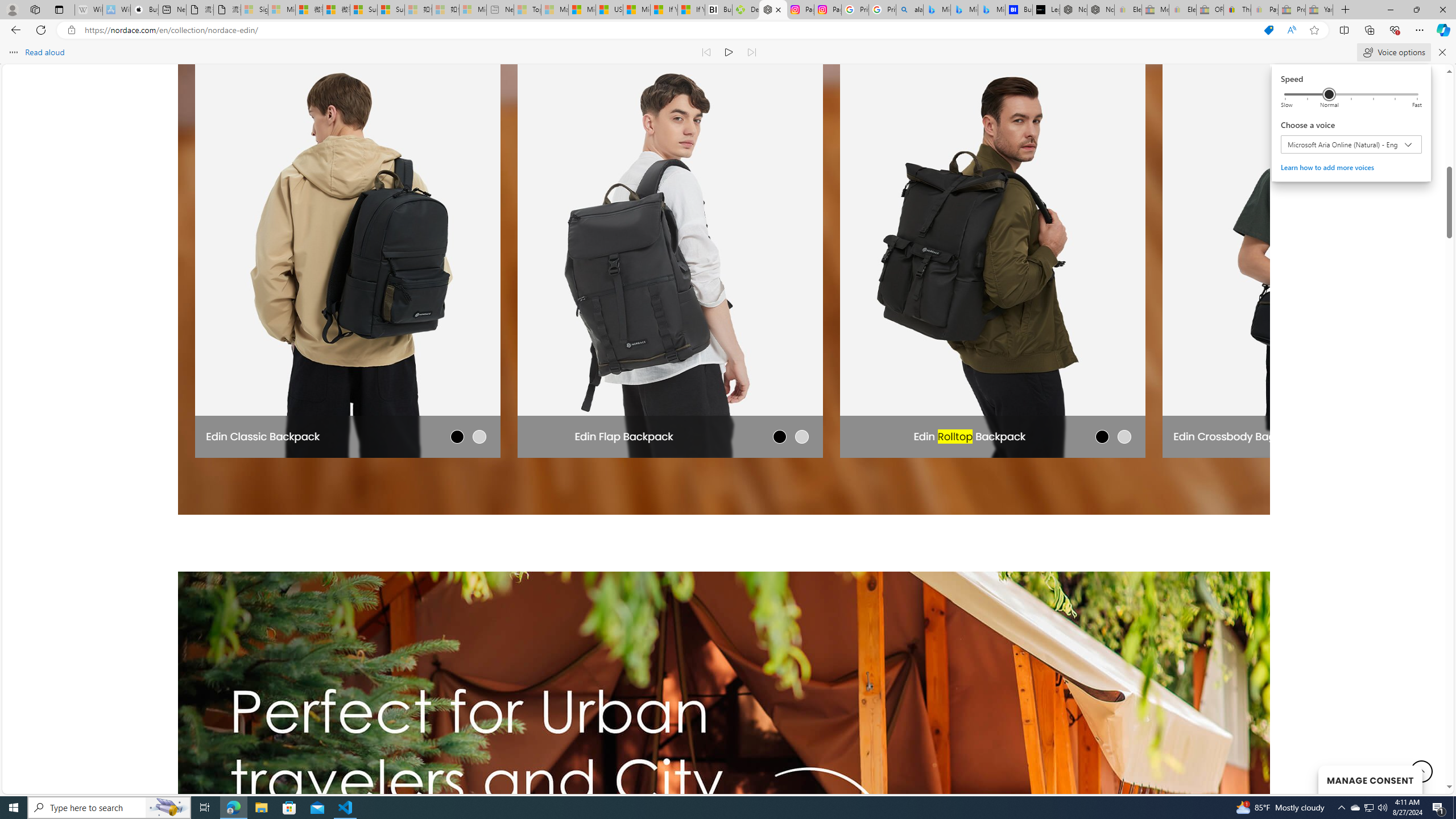 The image size is (1456, 819). I want to click on 'Start', so click(14, 806).